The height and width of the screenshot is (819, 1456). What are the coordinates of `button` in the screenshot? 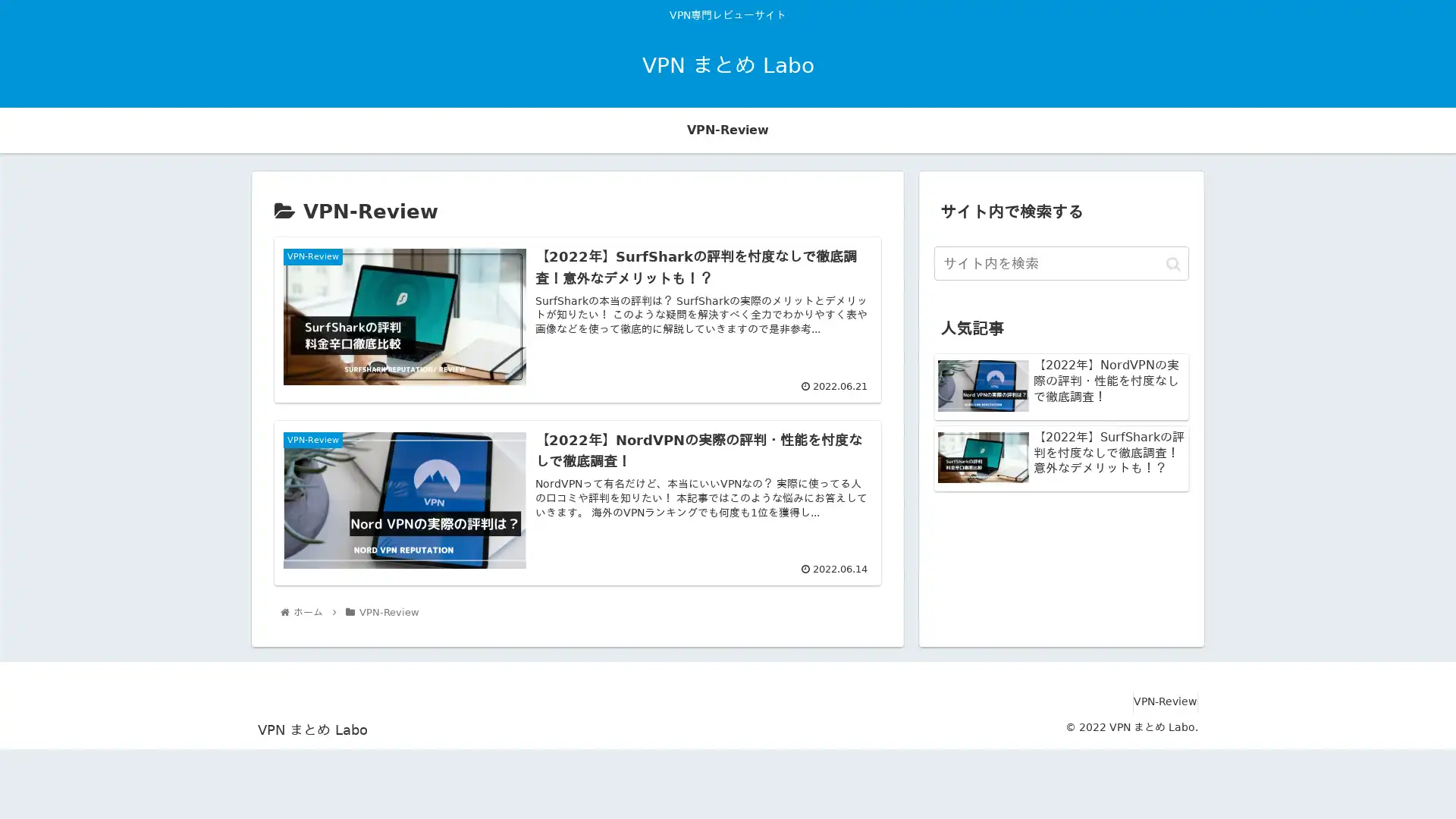 It's located at (1172, 262).